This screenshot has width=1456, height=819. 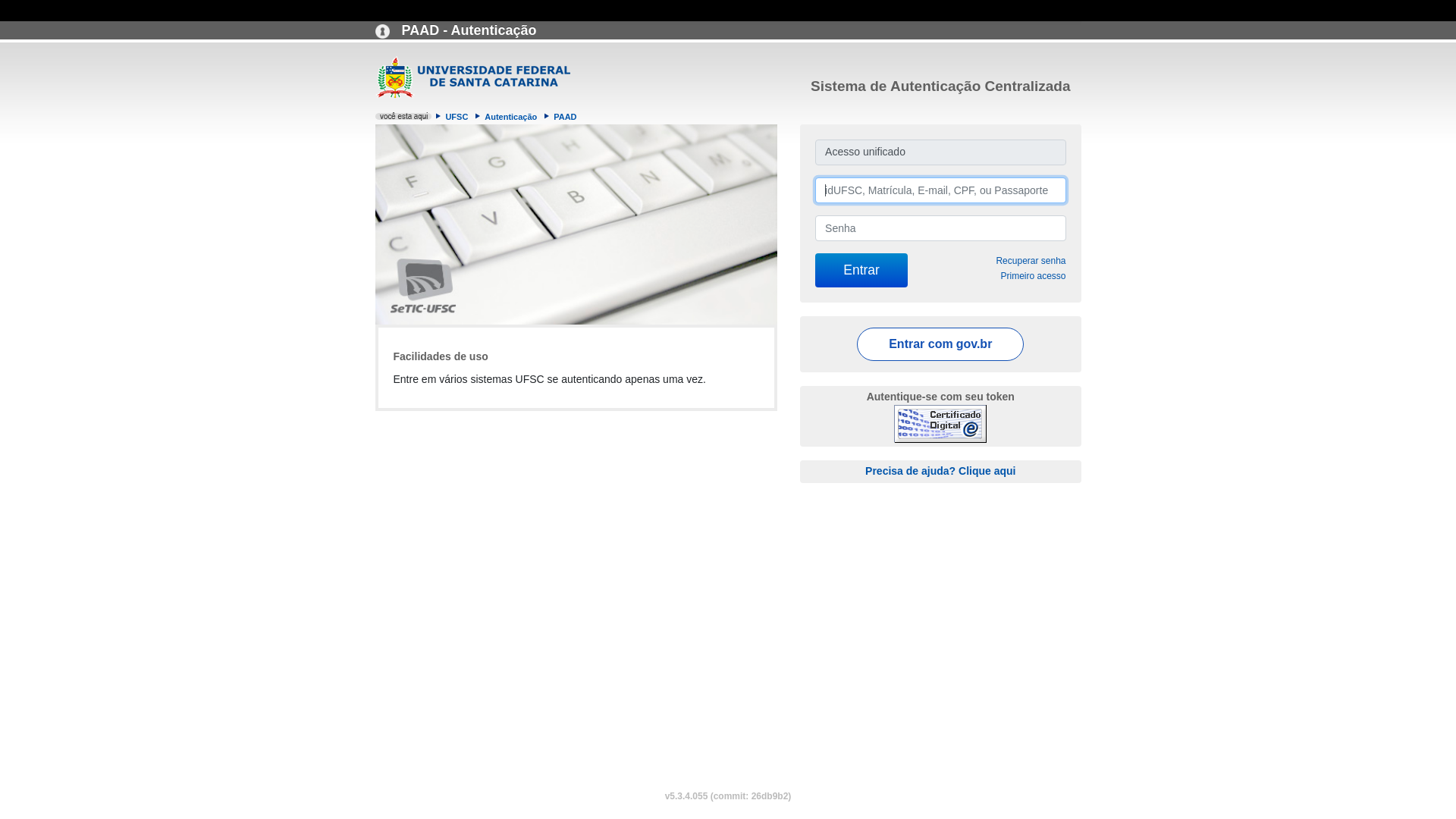 I want to click on 'Entrar com, so click(x=939, y=344).